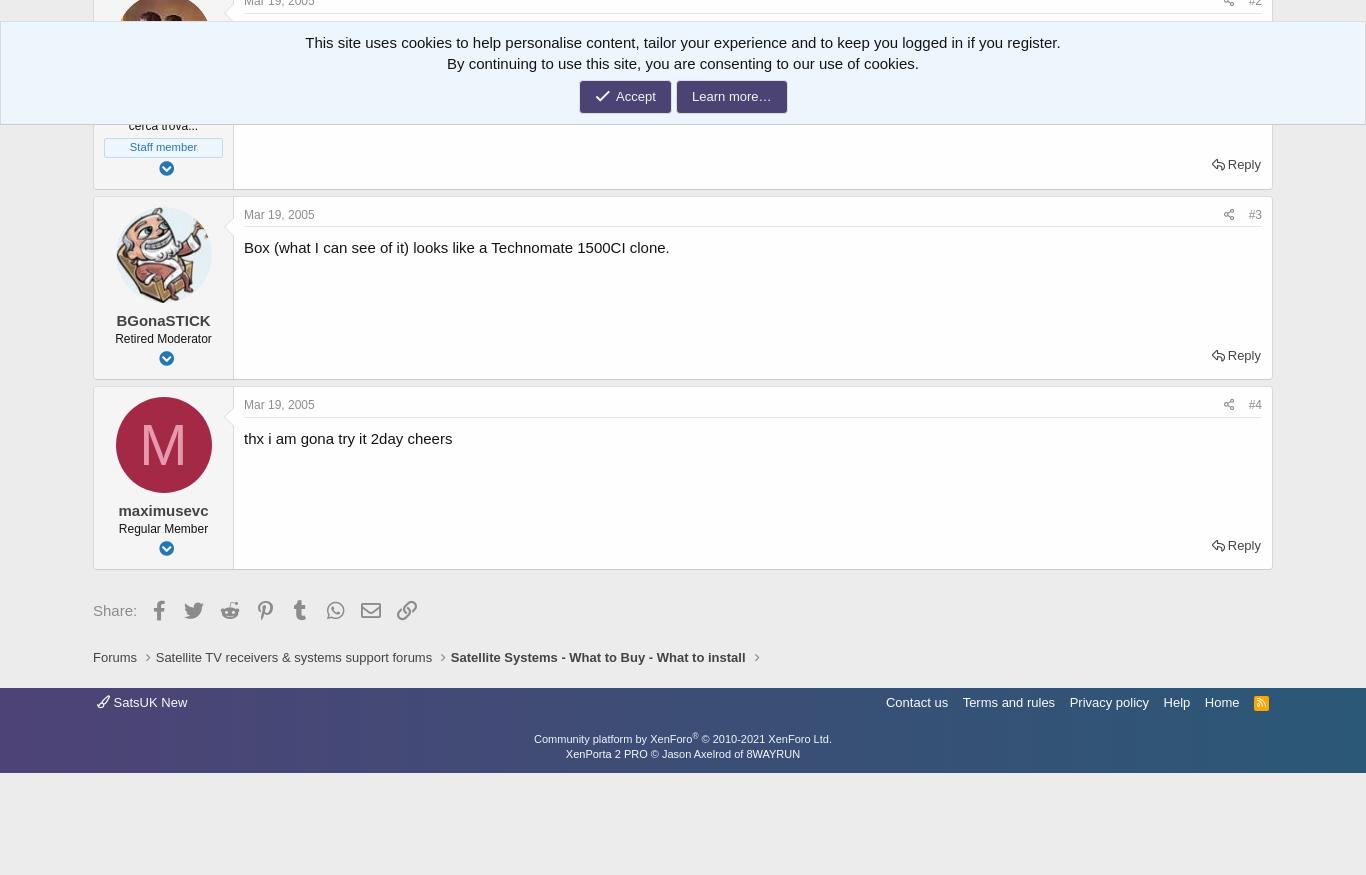  What do you see at coordinates (1221, 701) in the screenshot?
I see `'Home'` at bounding box center [1221, 701].